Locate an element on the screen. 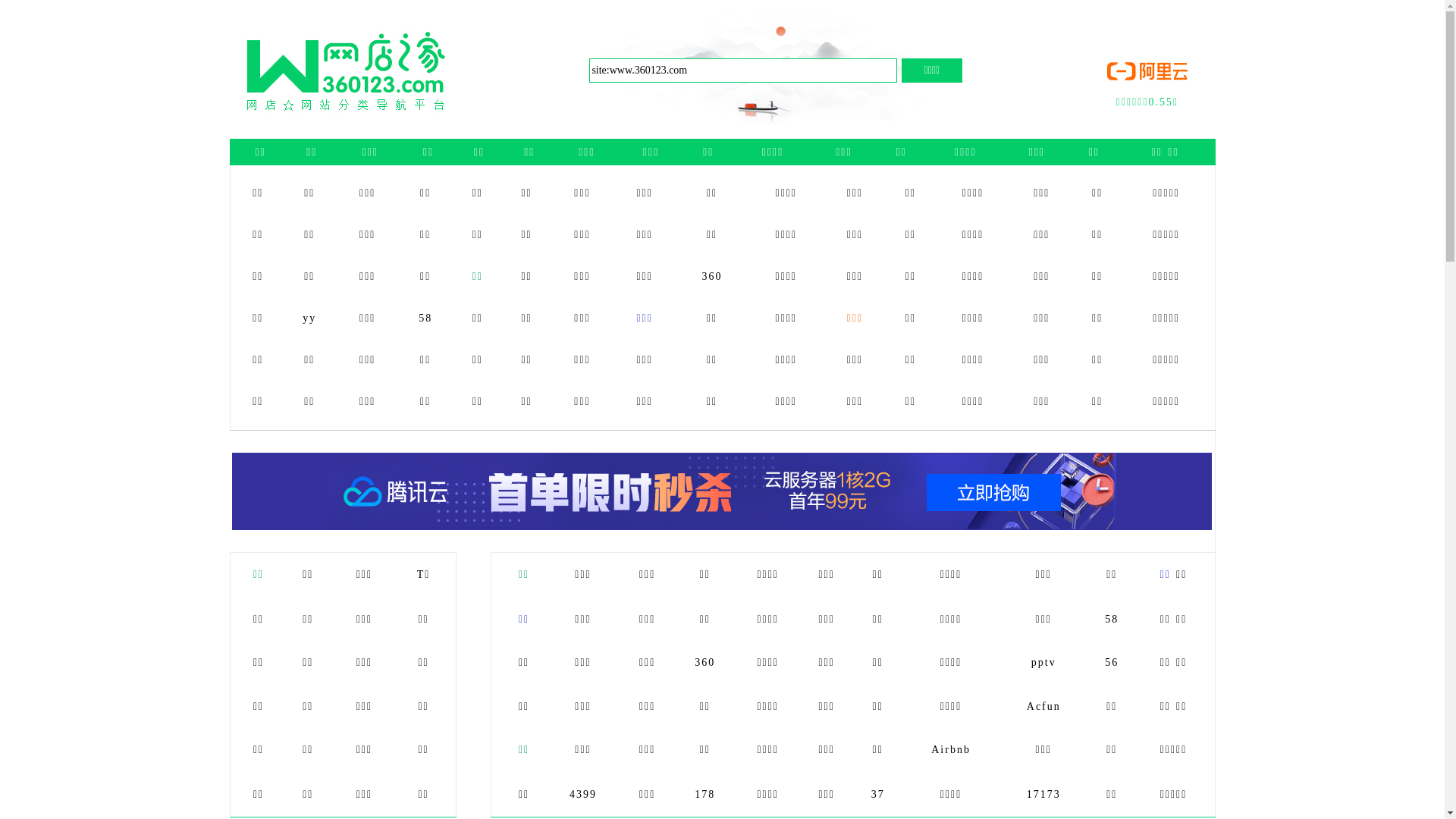 Image resolution: width=1456 pixels, height=819 pixels. 'yy' is located at coordinates (309, 317).